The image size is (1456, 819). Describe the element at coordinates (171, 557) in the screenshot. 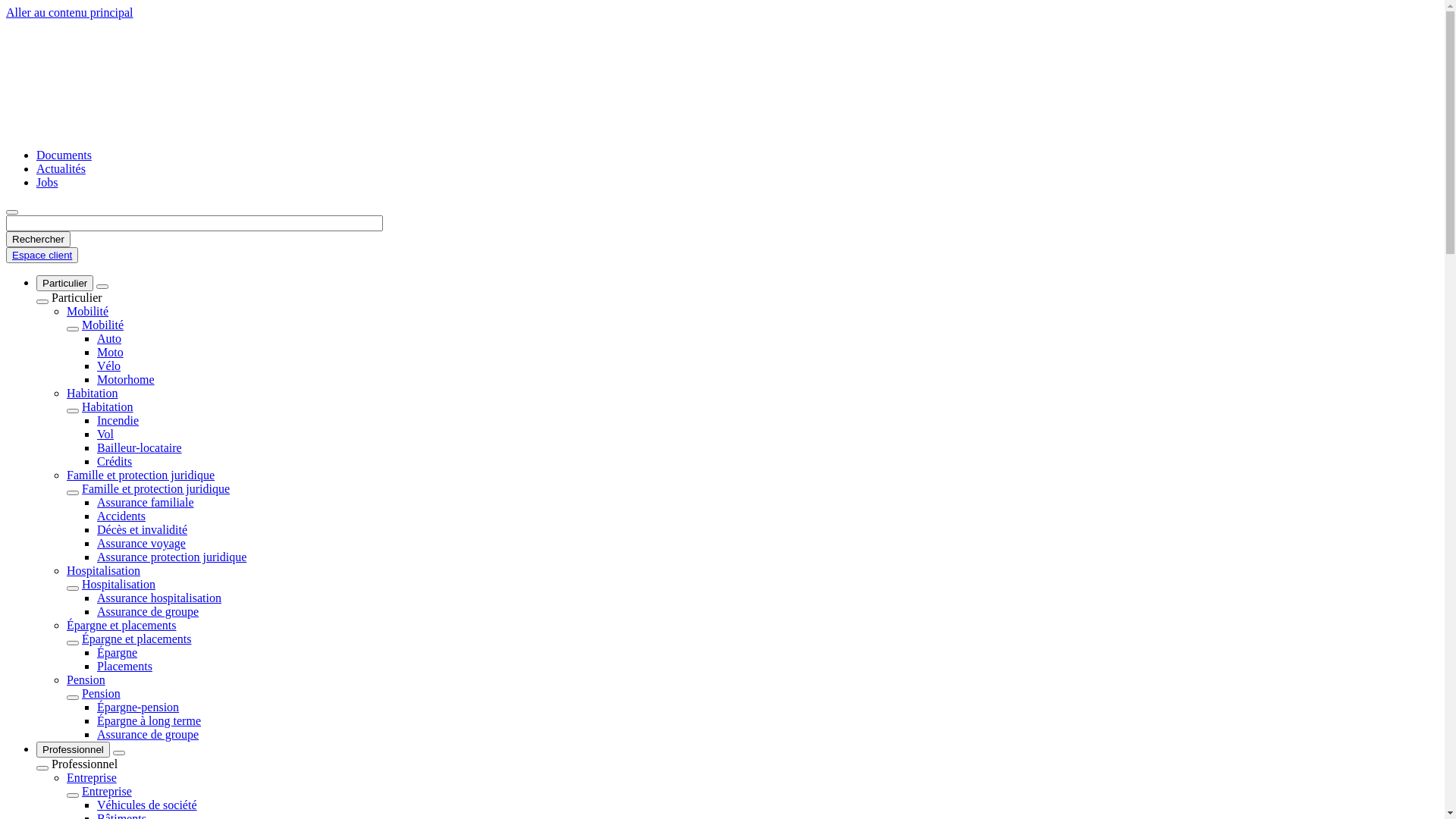

I see `'Assurance protection juridique'` at that location.